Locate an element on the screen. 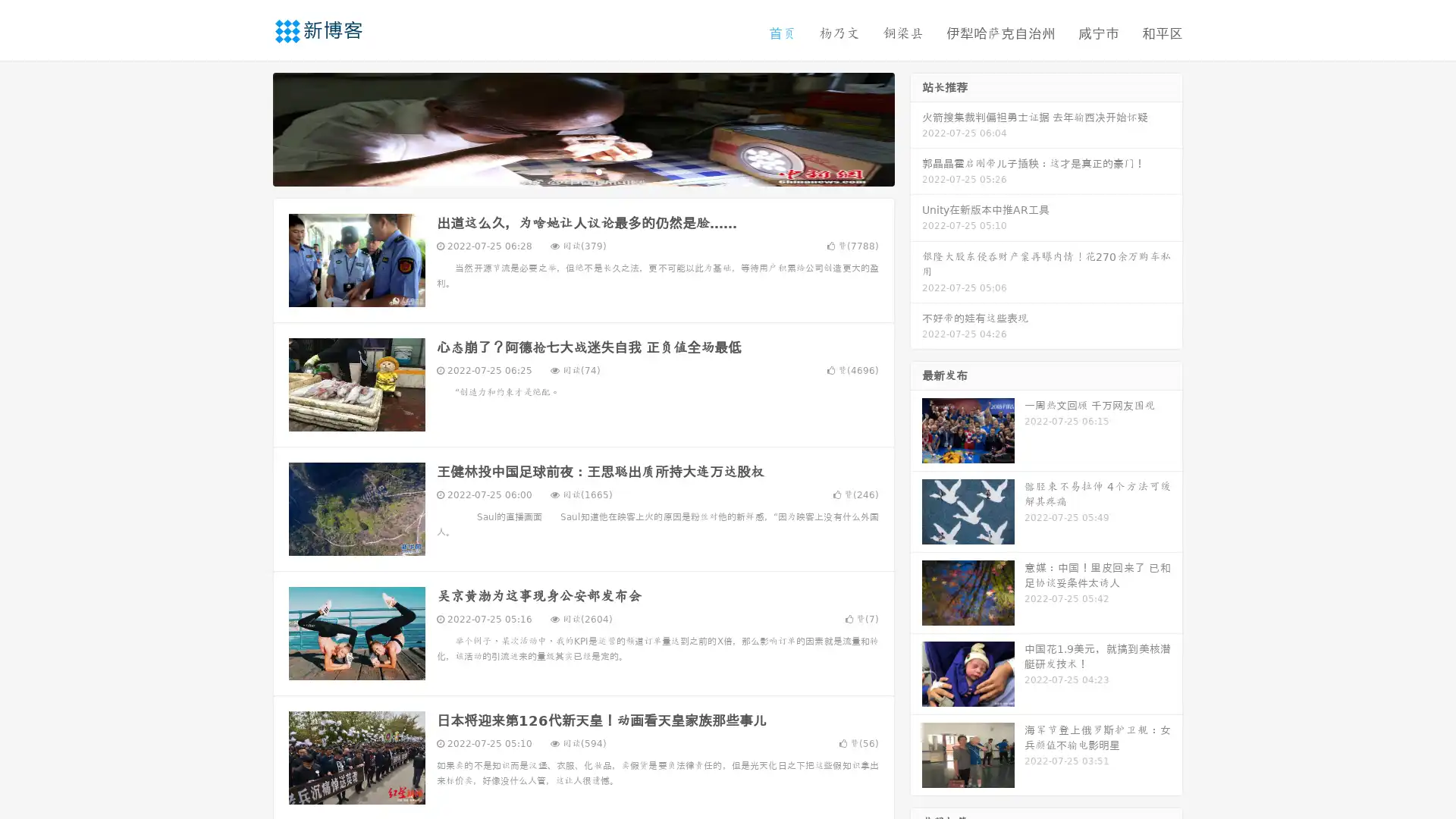 Image resolution: width=1456 pixels, height=819 pixels. Go to slide 3 is located at coordinates (598, 171).